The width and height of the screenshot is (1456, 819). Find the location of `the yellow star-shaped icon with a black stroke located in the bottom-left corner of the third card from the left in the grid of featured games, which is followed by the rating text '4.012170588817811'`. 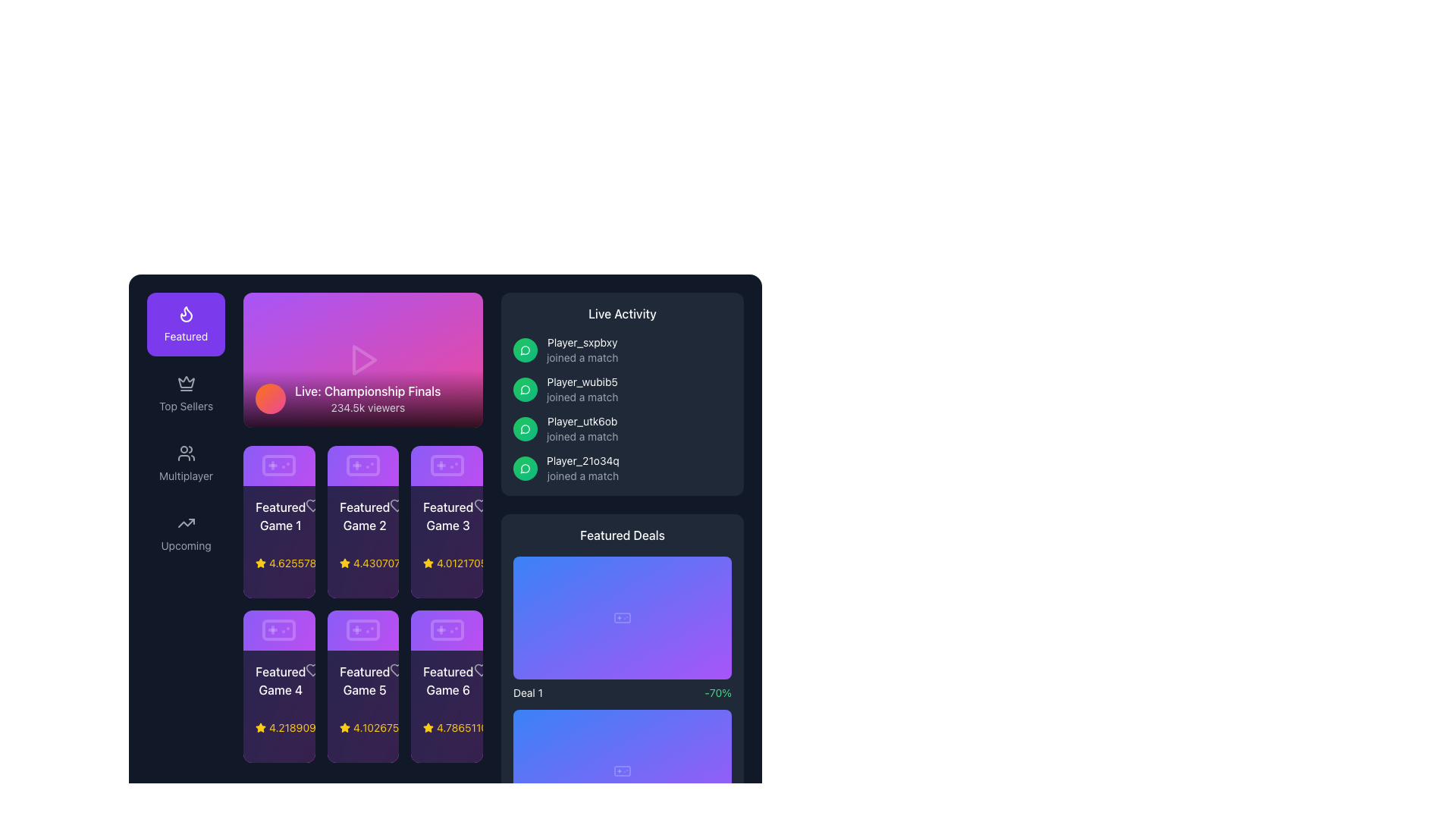

the yellow star-shaped icon with a black stroke located in the bottom-left corner of the third card from the left in the grid of featured games, which is followed by the rating text '4.012170588817811' is located at coordinates (428, 563).